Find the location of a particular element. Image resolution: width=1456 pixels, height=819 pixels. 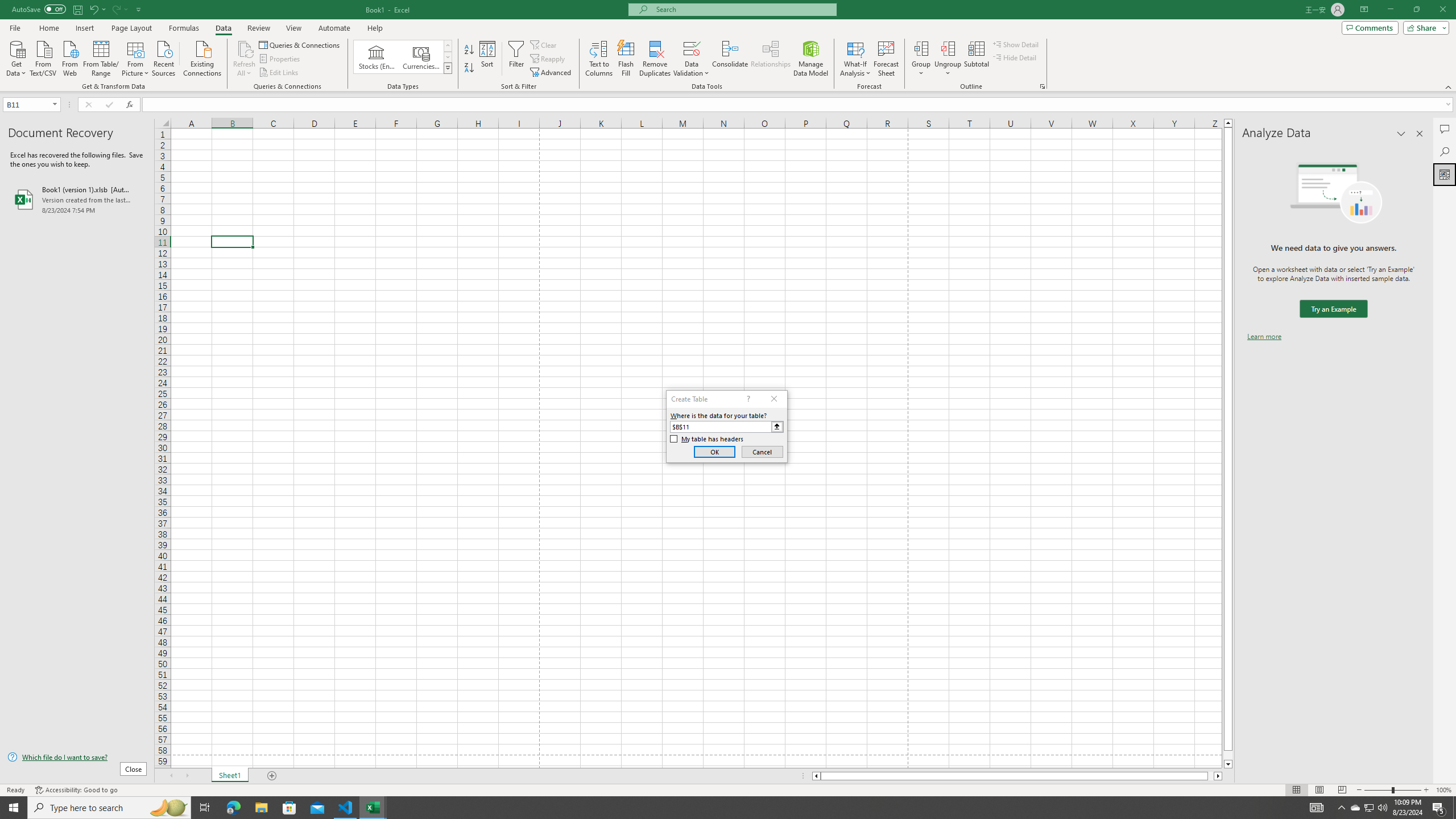

'Sheet1' is located at coordinates (229, 775).